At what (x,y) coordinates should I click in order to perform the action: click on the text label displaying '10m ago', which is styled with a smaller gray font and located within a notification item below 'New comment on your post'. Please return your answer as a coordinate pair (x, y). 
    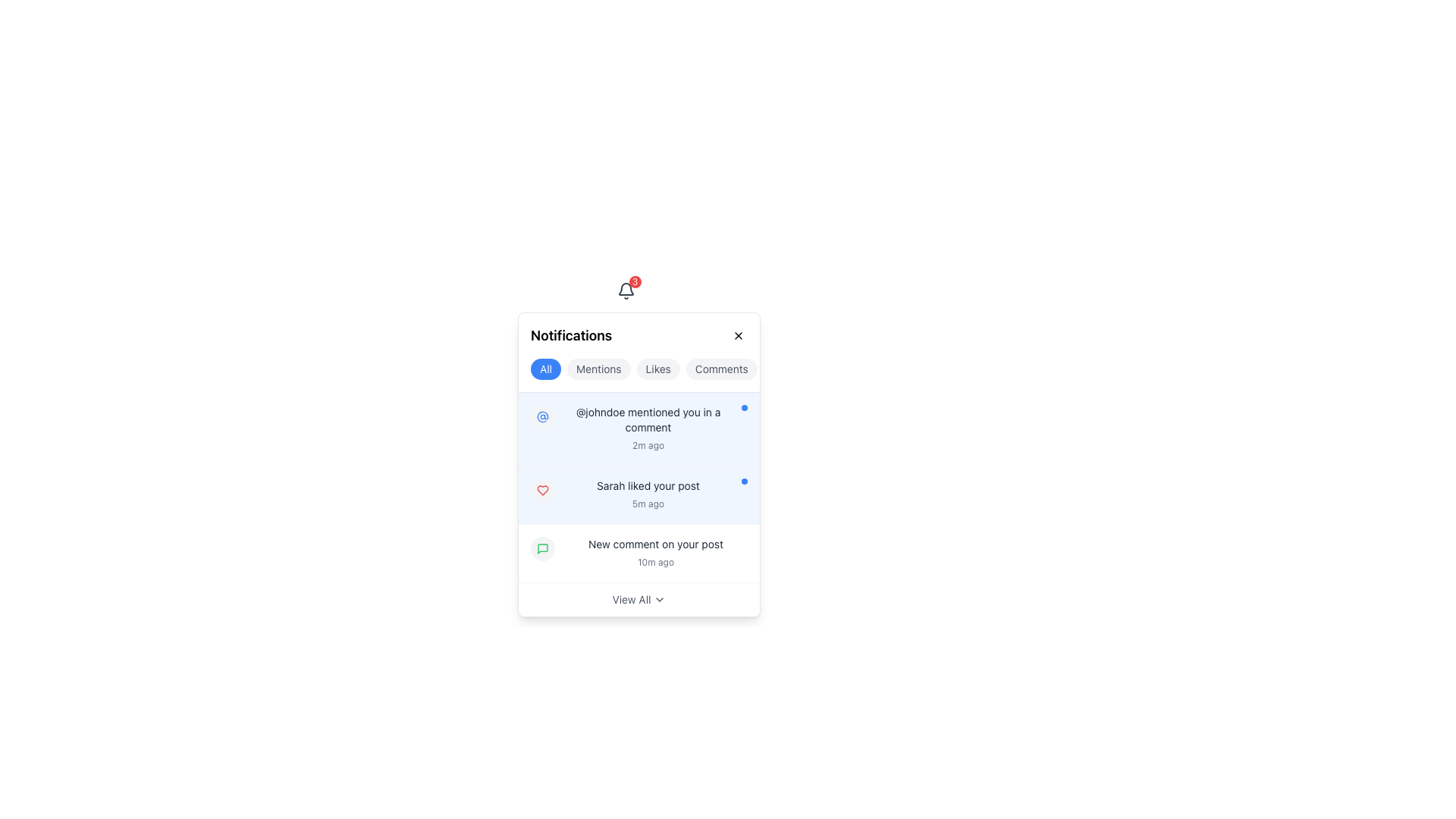
    Looking at the image, I should click on (655, 561).